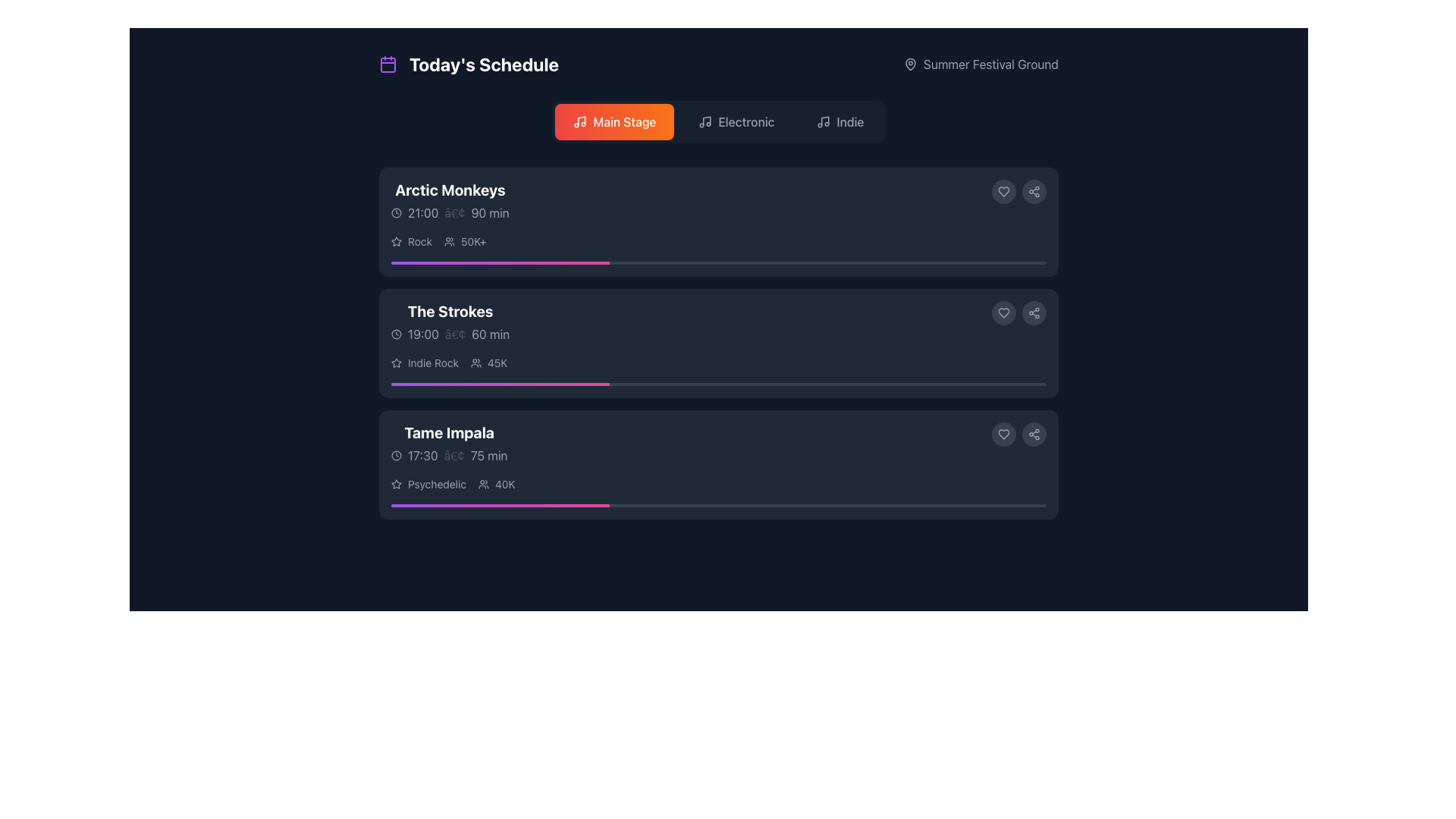 This screenshot has width=1456, height=819. I want to click on the 'Electronic' genre icon located at the top-right of the interface within the horizontal navigation menu, so click(704, 121).